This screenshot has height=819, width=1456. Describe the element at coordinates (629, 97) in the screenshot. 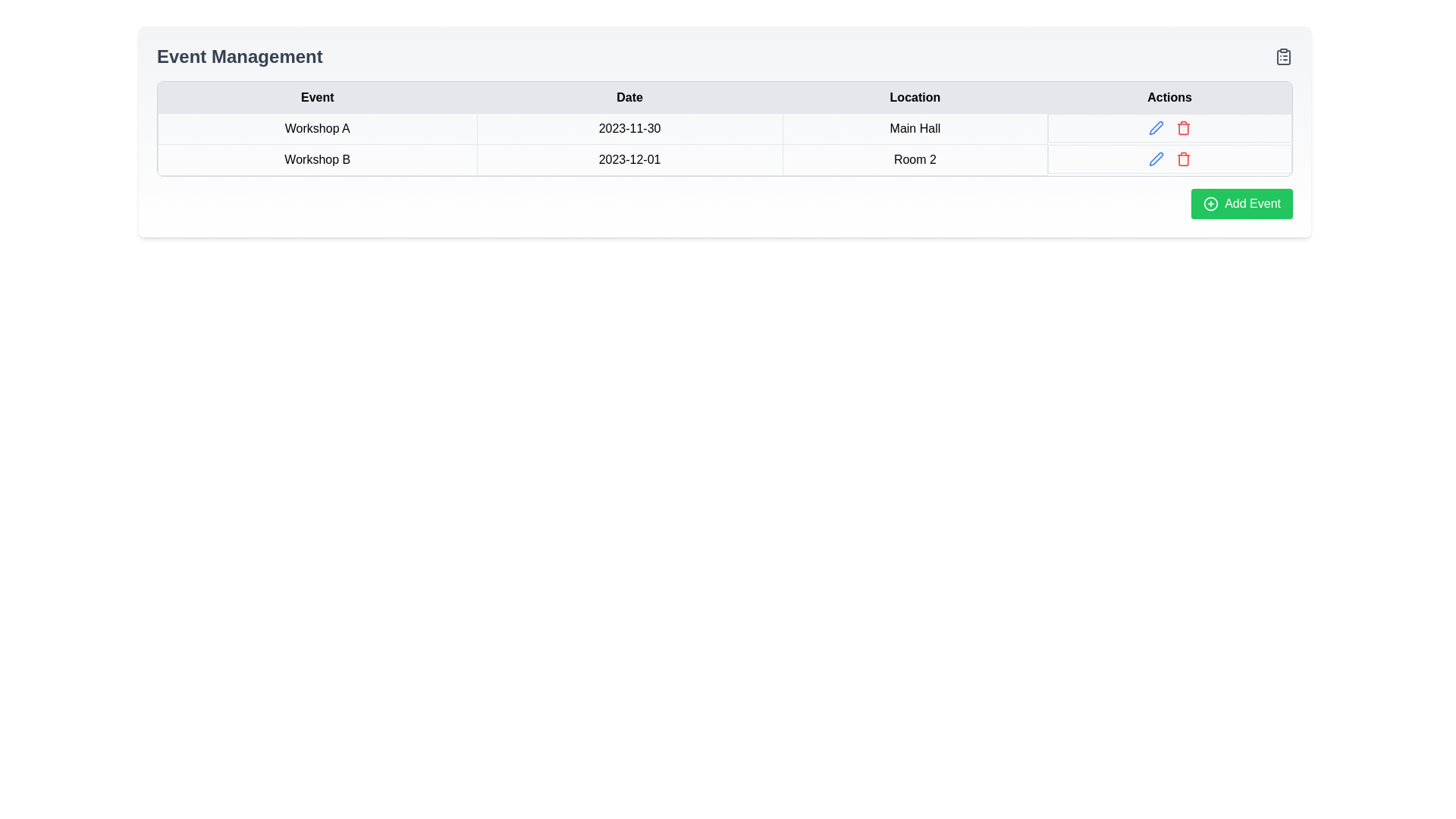

I see `the table header cell with a light gray background containing the bolded text 'Date', which is centrally aligned in the second column of the table header` at that location.